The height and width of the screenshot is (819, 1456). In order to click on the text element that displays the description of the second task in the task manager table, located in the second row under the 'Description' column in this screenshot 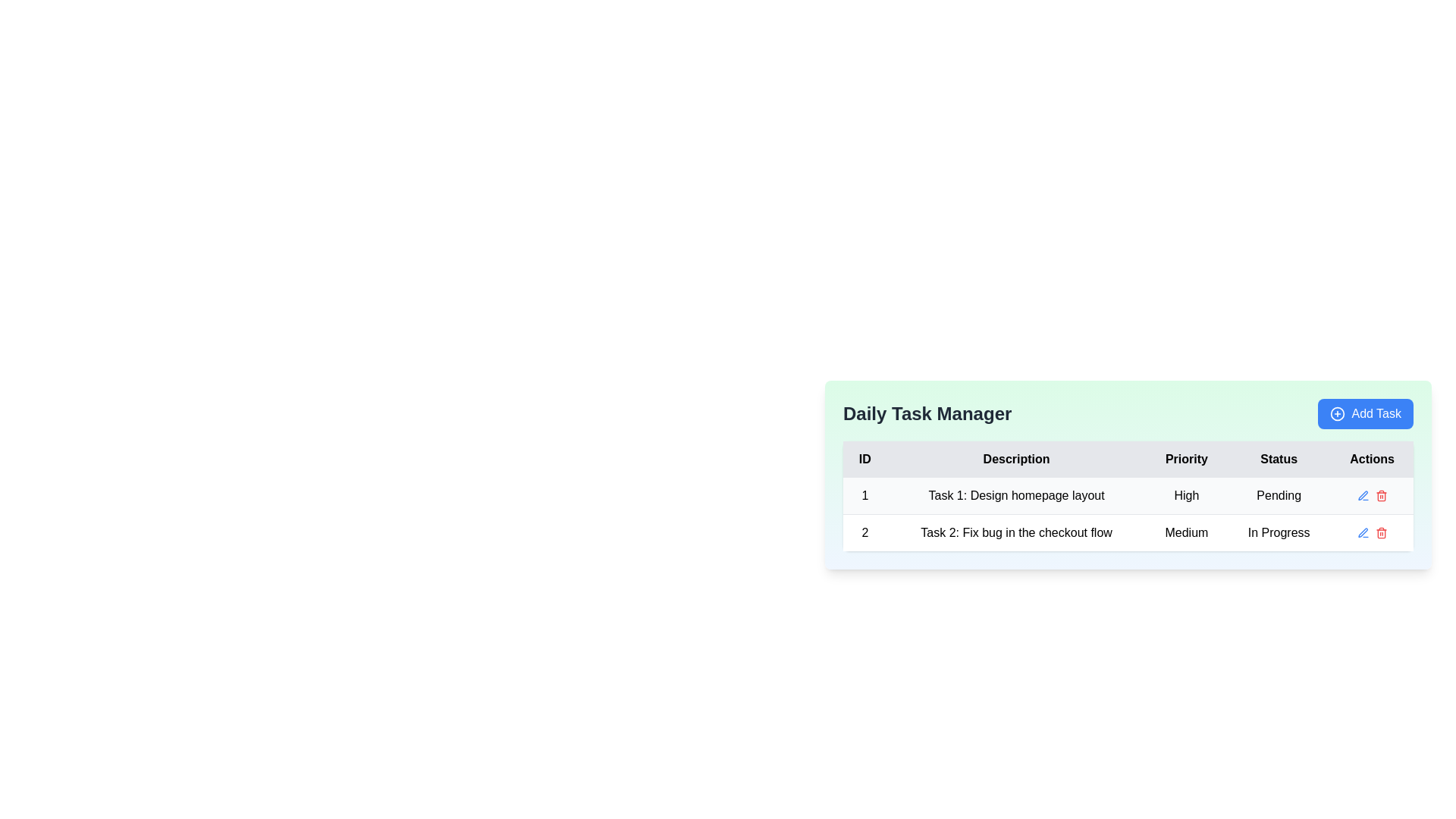, I will do `click(1016, 532)`.